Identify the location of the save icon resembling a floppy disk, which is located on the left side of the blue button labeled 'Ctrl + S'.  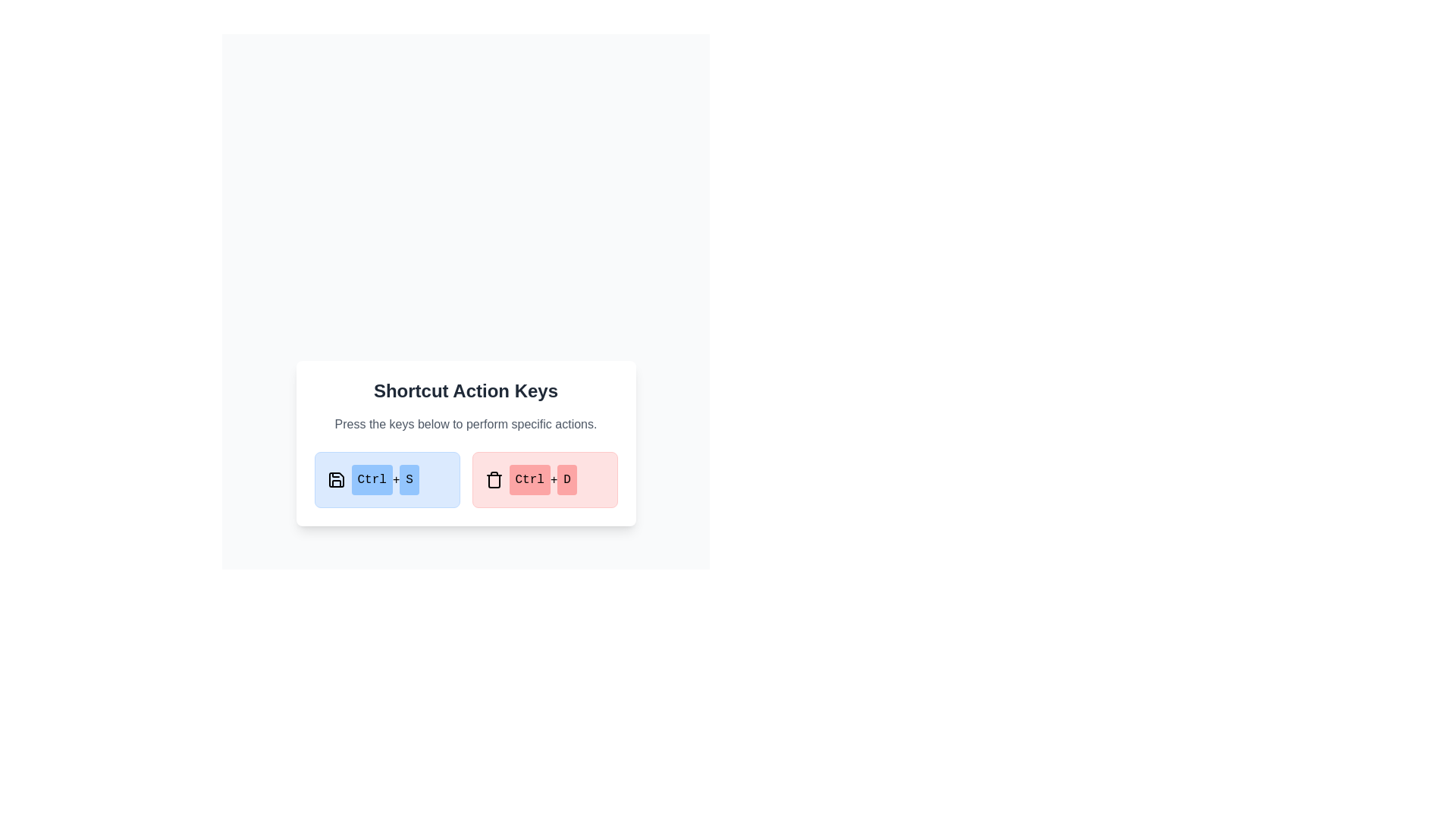
(335, 479).